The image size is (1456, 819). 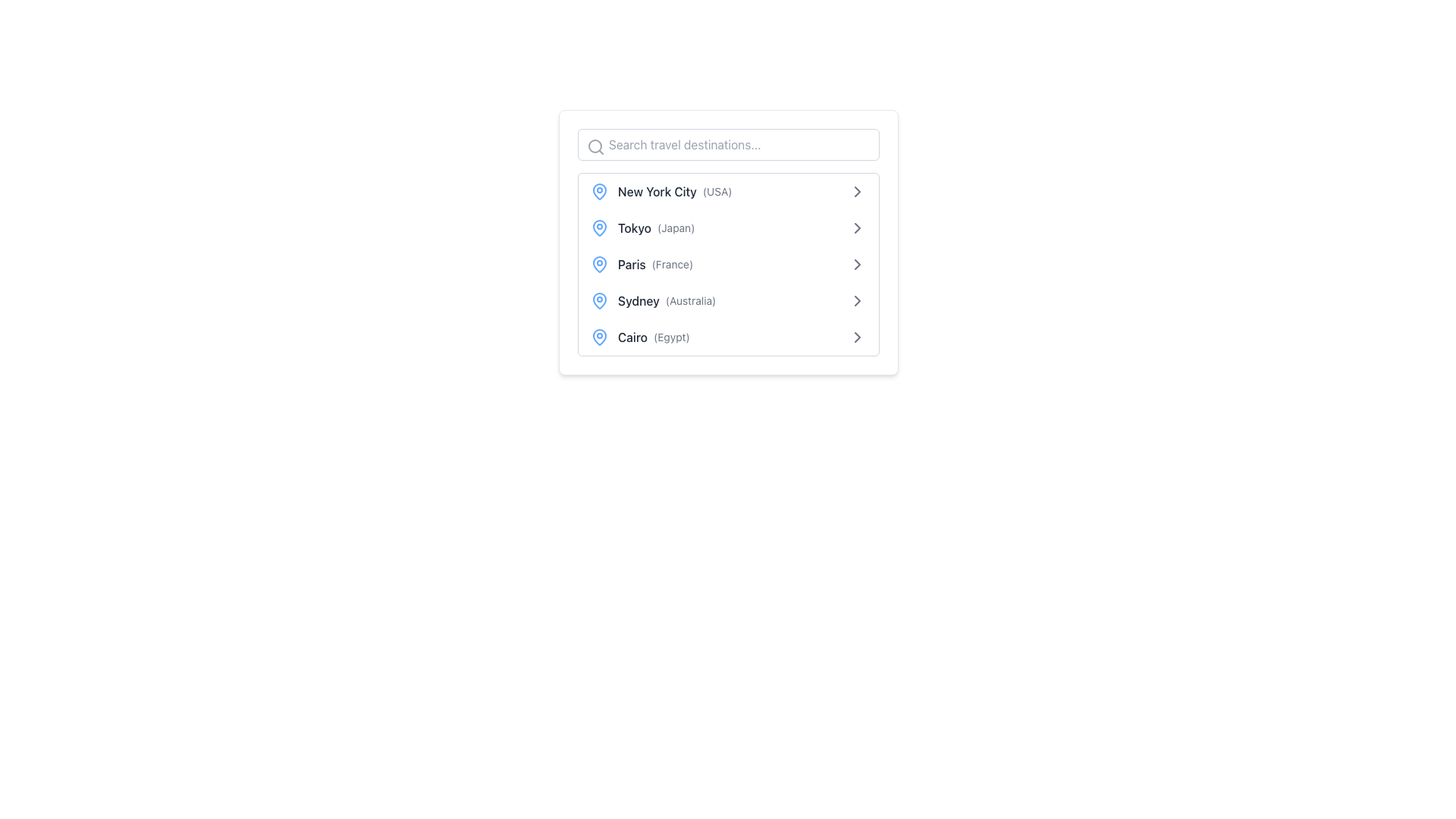 What do you see at coordinates (642, 227) in the screenshot?
I see `the second list item representing the location option for Tokyo, Japan` at bounding box center [642, 227].